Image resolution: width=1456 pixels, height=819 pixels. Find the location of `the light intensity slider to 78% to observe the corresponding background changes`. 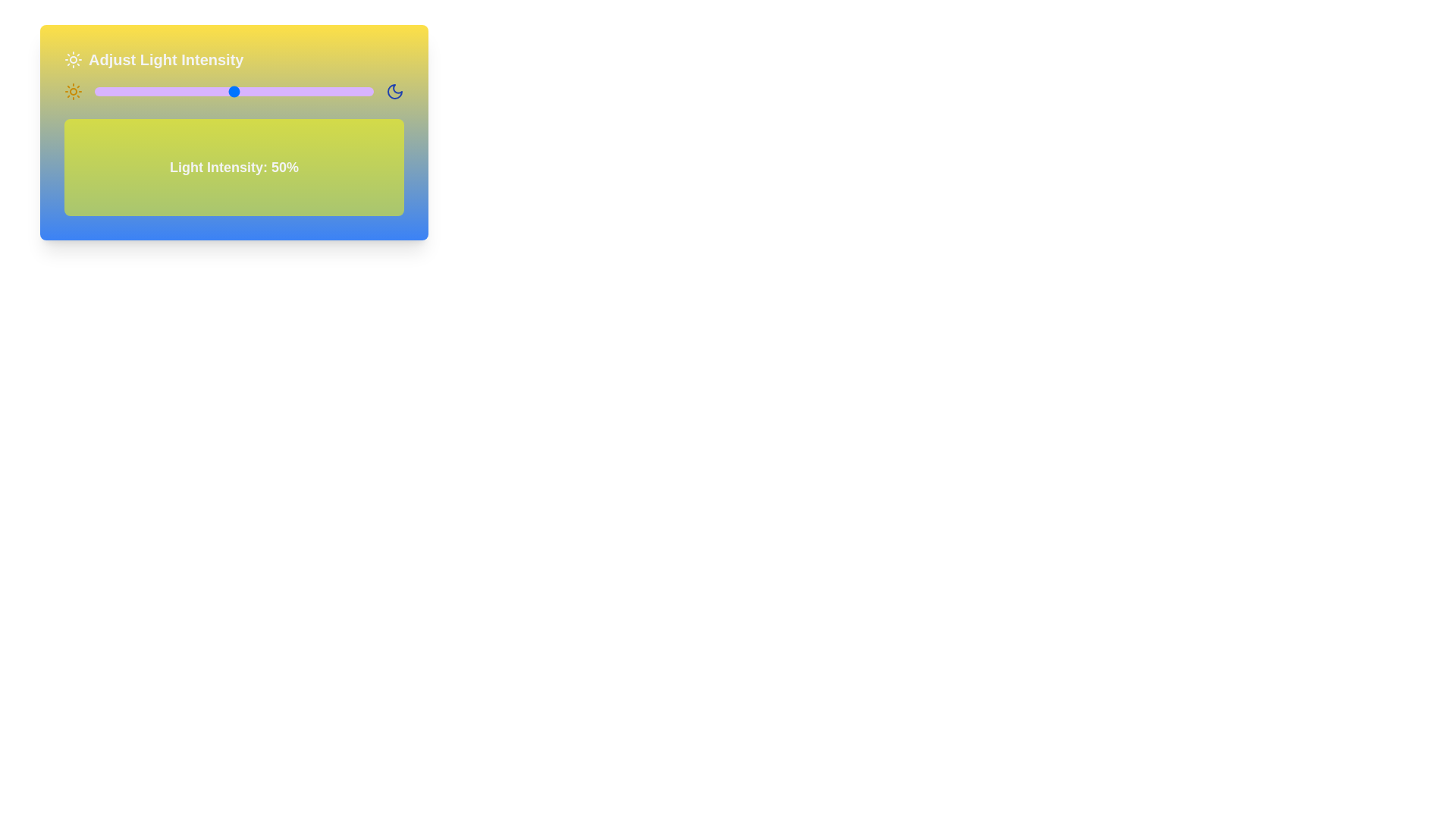

the light intensity slider to 78% to observe the corresponding background changes is located at coordinates (312, 91).